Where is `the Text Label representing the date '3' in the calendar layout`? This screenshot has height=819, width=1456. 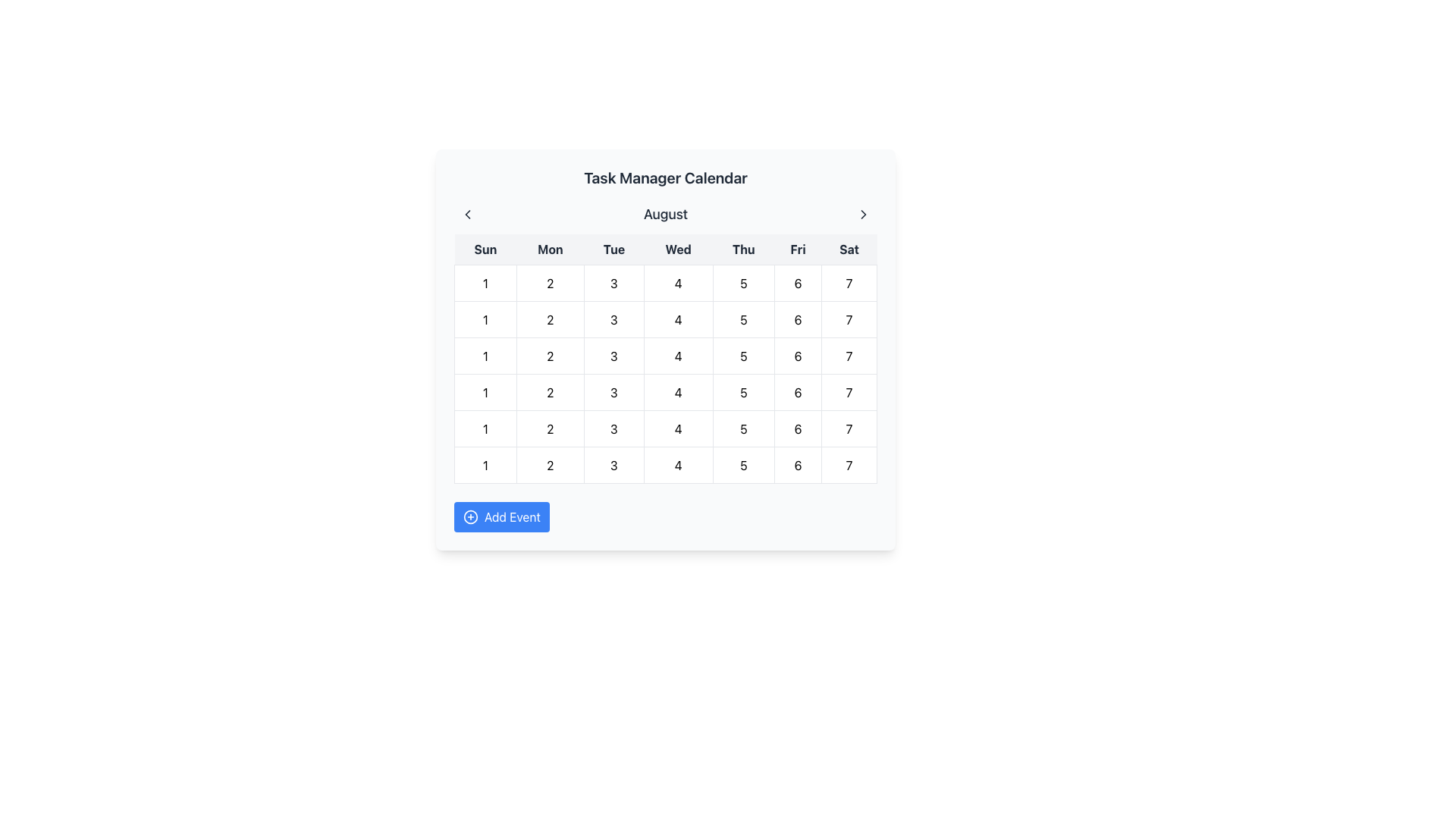
the Text Label representing the date '3' in the calendar layout is located at coordinates (613, 318).